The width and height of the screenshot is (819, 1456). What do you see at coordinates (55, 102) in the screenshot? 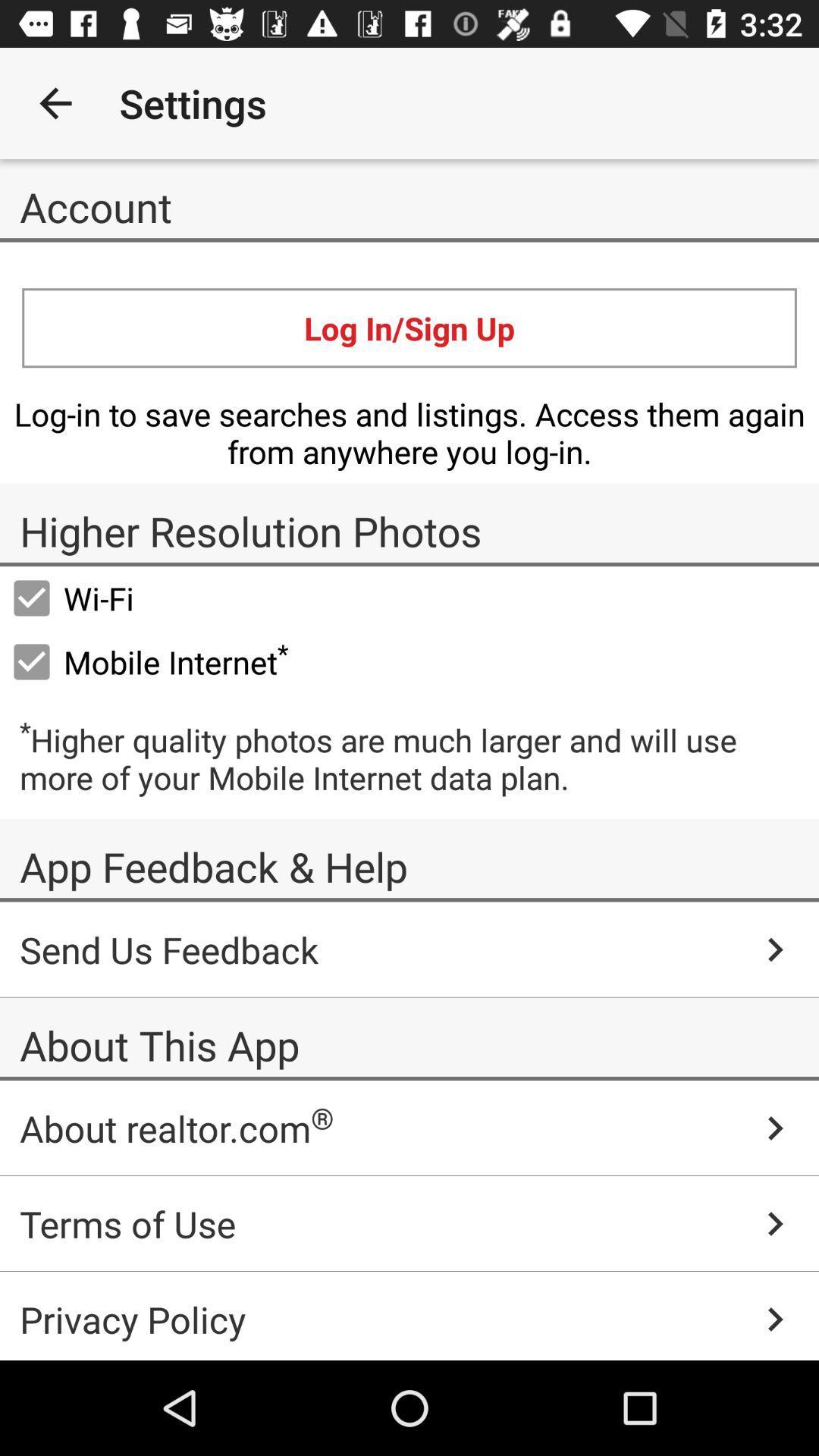
I see `icon to the left of settings` at bounding box center [55, 102].